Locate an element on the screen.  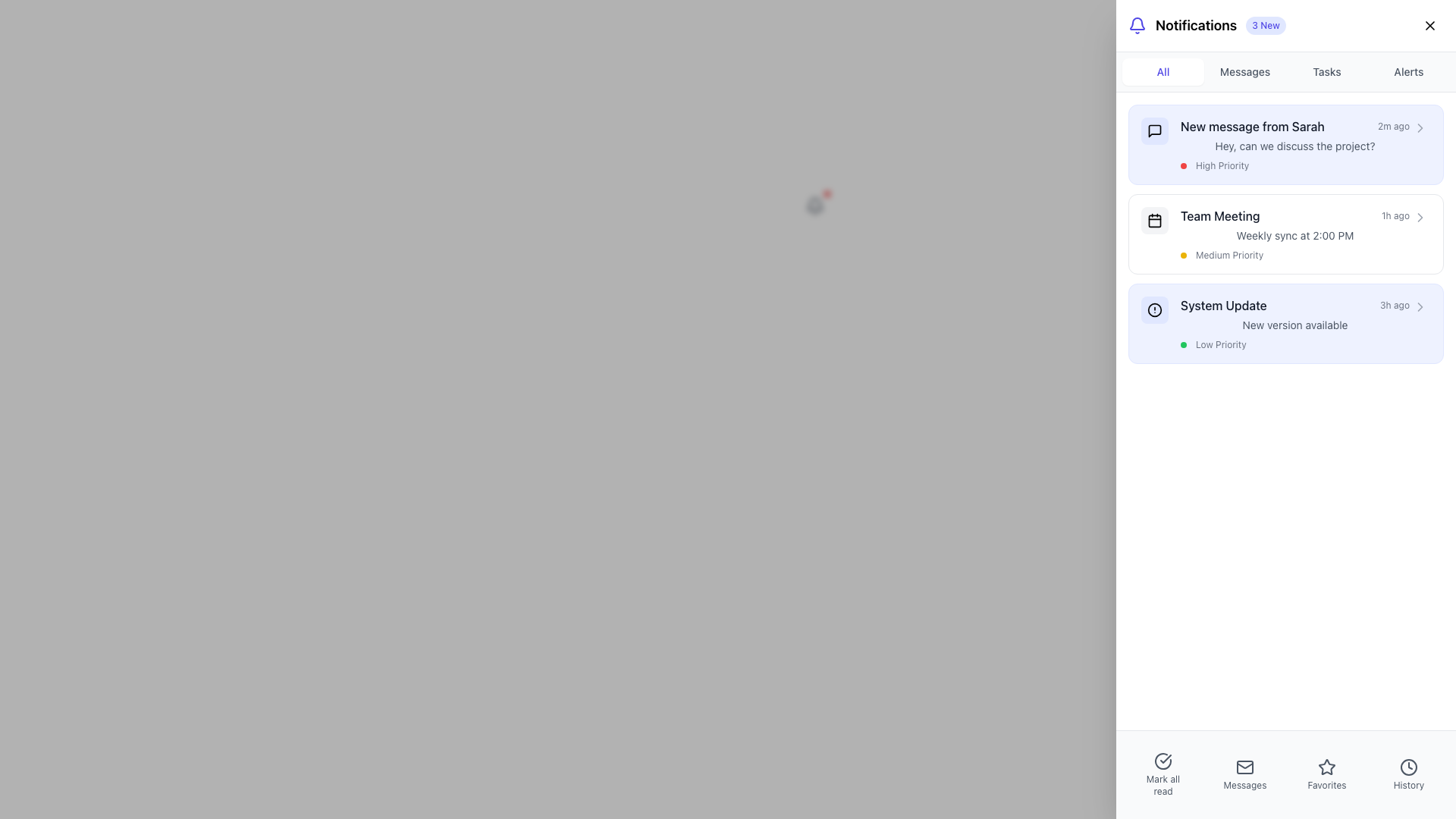
the button located on the far right side of the bottom menu bar that navigates to the 'History' section is located at coordinates (1407, 775).